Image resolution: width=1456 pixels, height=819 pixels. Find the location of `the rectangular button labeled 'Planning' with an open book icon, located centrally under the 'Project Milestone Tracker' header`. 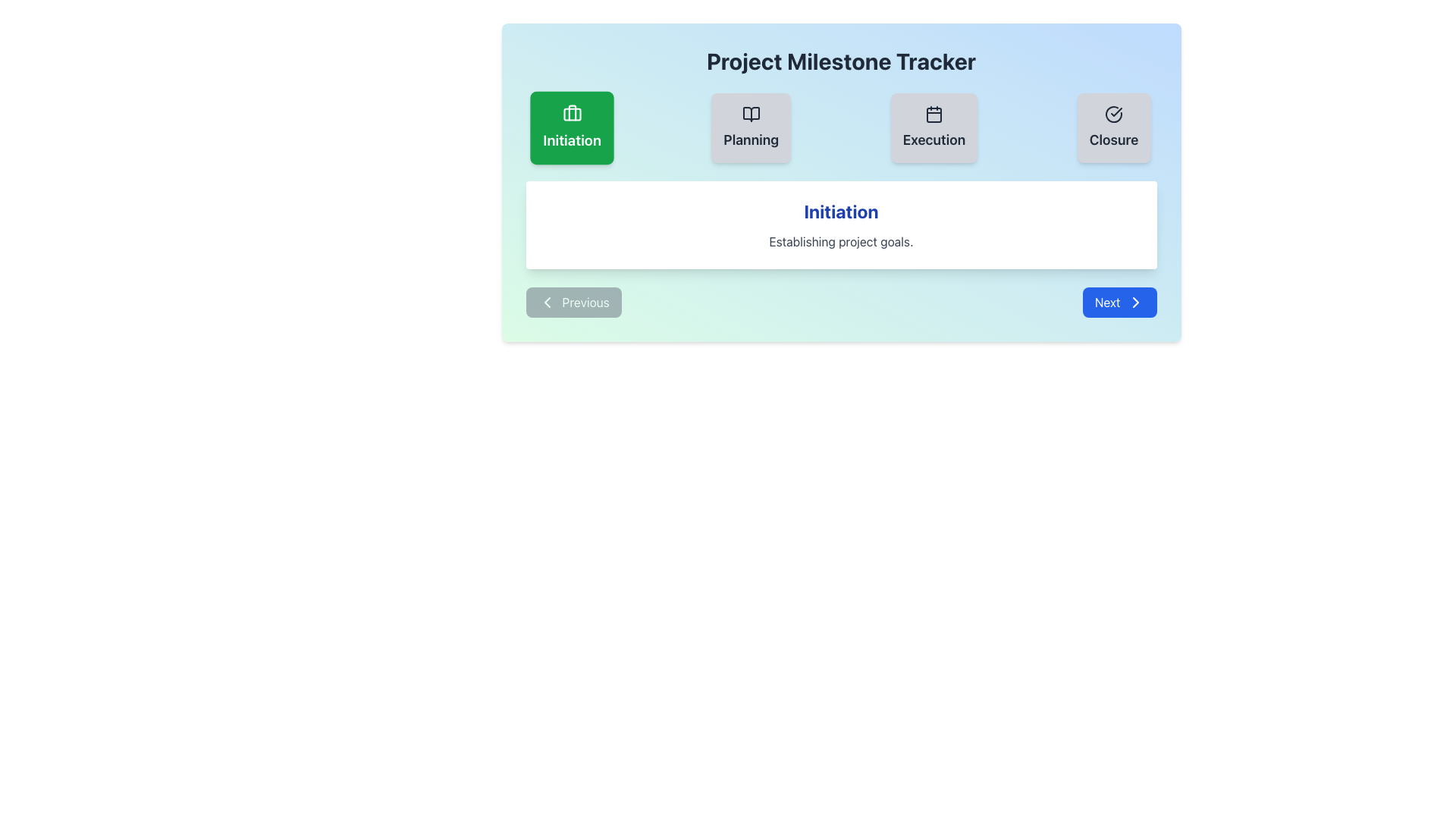

the rectangular button labeled 'Planning' with an open book icon, located centrally under the 'Project Milestone Tracker' header is located at coordinates (751, 127).